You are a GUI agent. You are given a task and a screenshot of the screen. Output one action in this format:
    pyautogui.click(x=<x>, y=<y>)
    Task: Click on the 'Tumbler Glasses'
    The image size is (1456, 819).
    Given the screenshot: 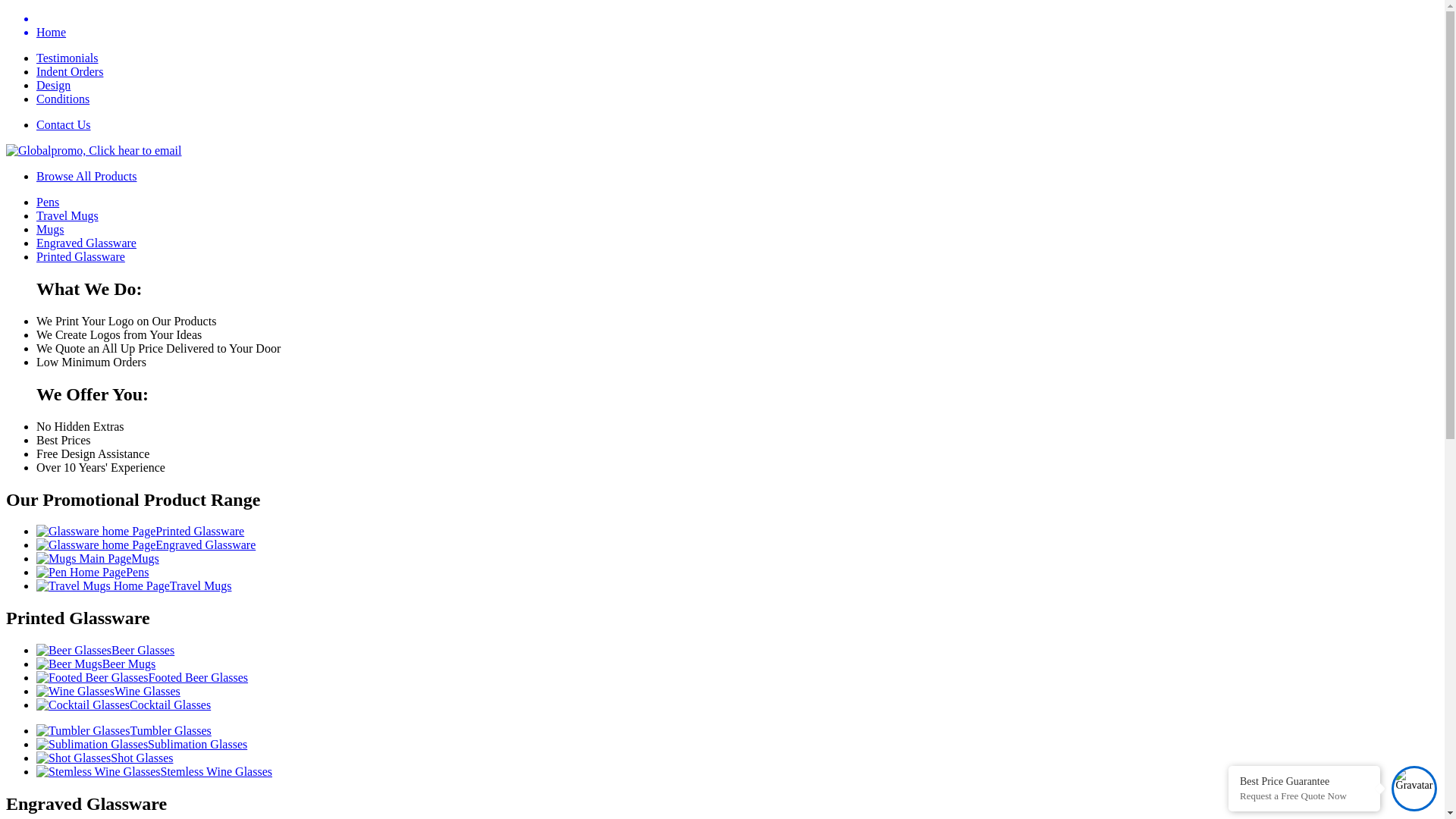 What is the action you would take?
    pyautogui.click(x=124, y=730)
    